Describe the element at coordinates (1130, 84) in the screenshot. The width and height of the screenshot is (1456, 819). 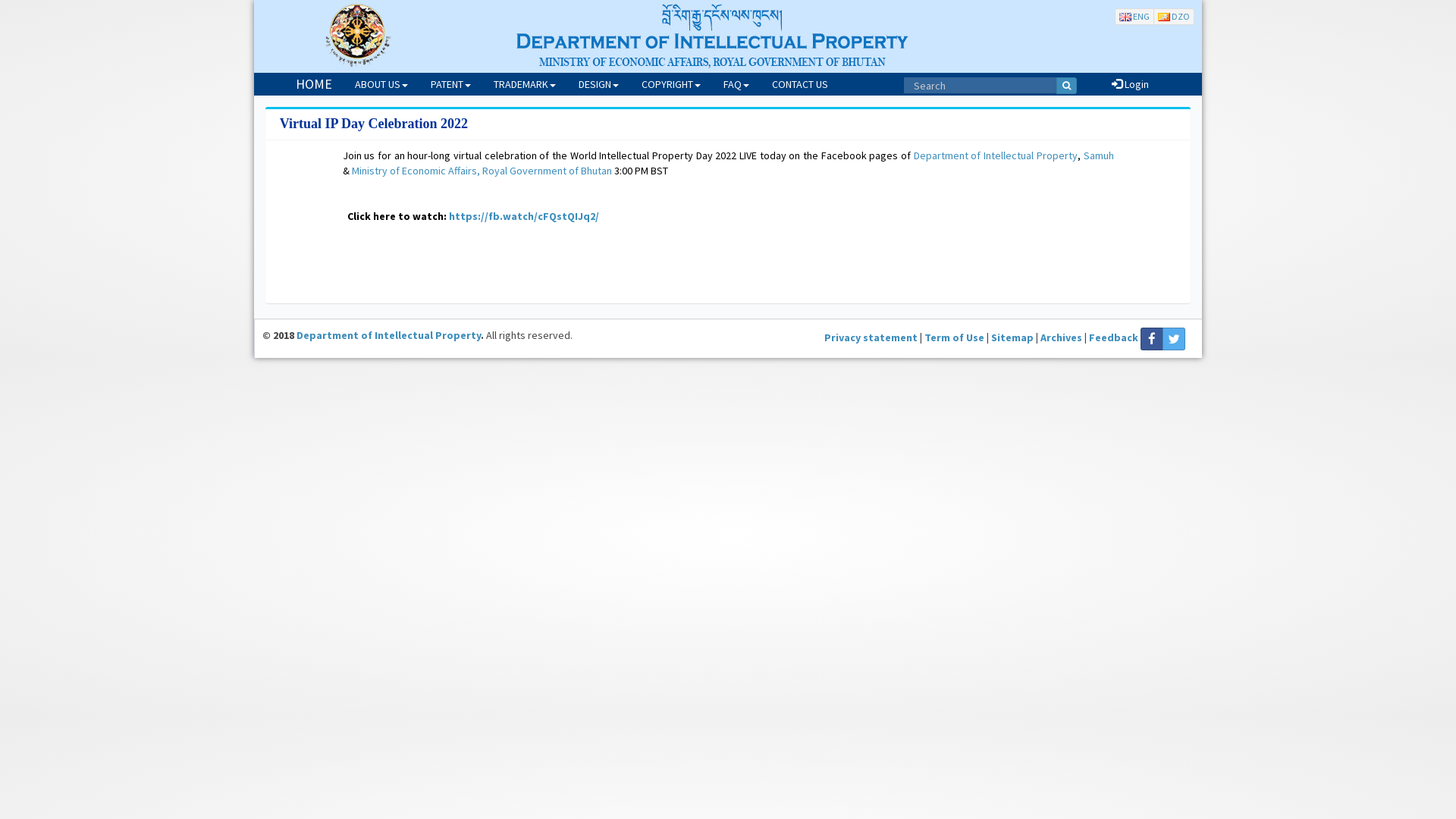
I see `'Login'` at that location.